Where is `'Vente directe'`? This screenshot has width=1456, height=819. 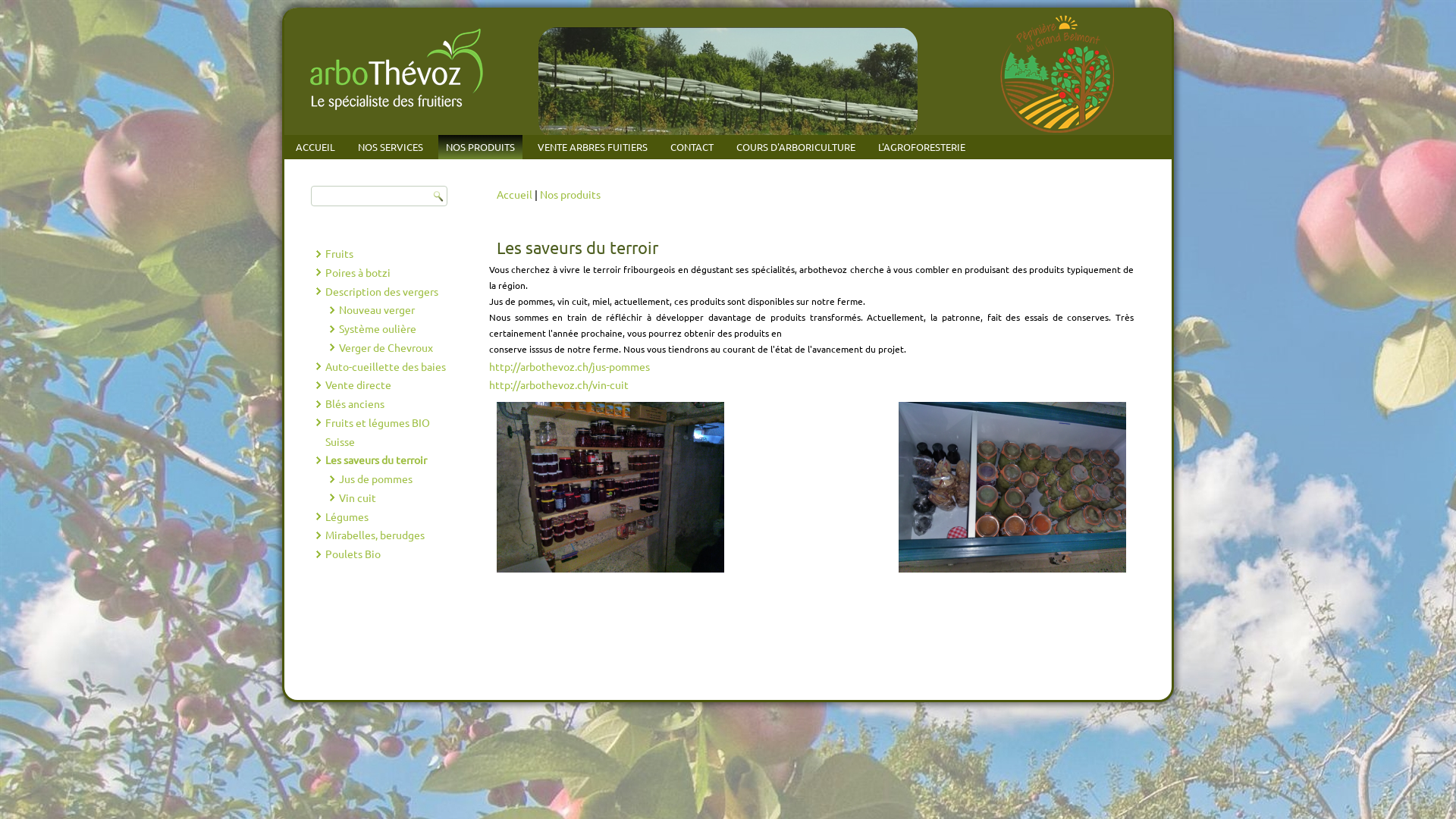
'Vente directe' is located at coordinates (356, 383).